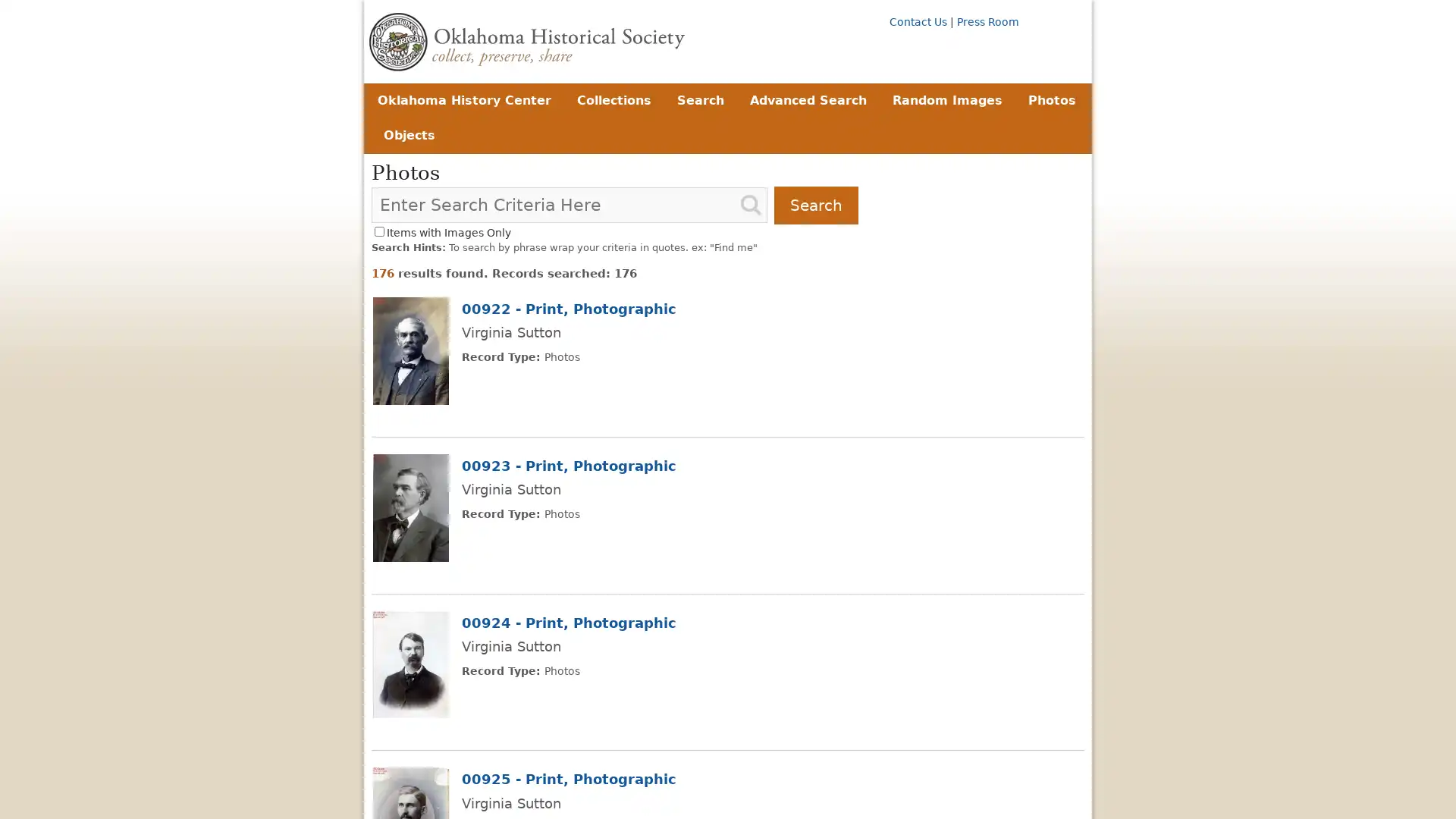 The image size is (1456, 819). What do you see at coordinates (815, 205) in the screenshot?
I see `Search` at bounding box center [815, 205].